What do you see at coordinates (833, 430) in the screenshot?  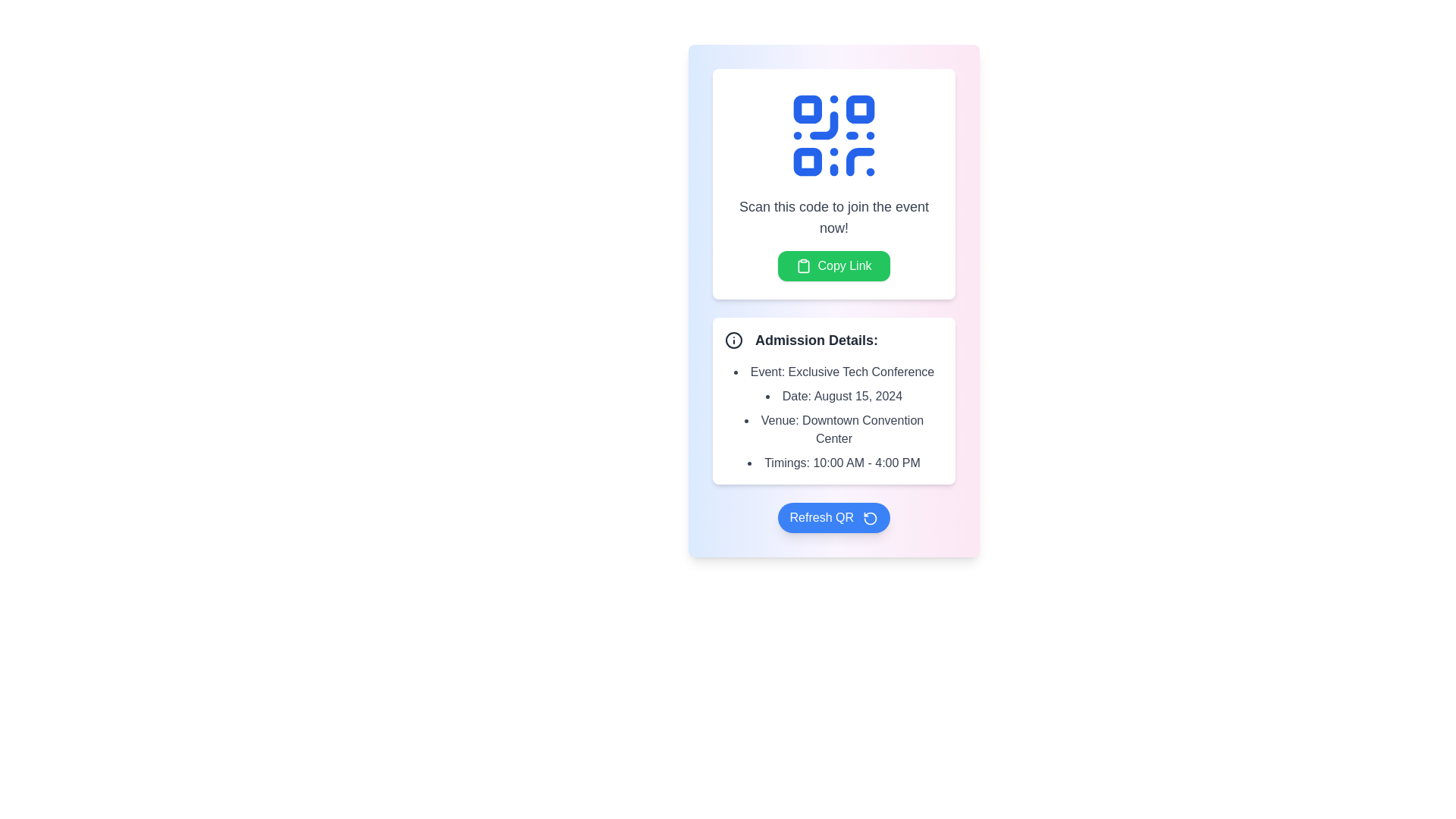 I see `the text element that informs the user of the venue location for the event, positioned below 'Event: Exclusive Tech Conference' and above 'Timings: 10:00 AM - 4:00 PM'` at bounding box center [833, 430].